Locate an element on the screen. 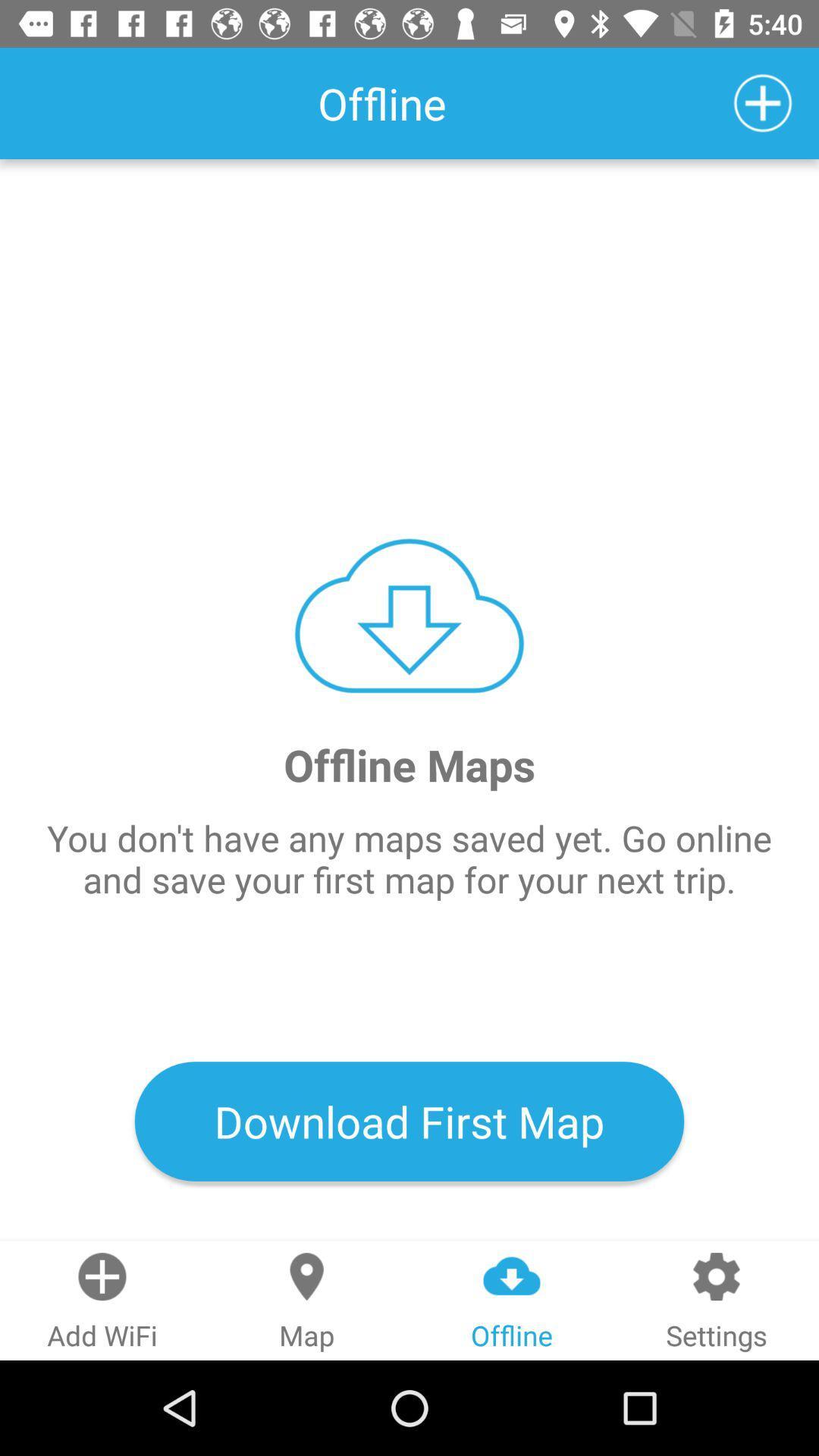 This screenshot has height=1456, width=819. the option map on the bottom of the page is located at coordinates (307, 1300).